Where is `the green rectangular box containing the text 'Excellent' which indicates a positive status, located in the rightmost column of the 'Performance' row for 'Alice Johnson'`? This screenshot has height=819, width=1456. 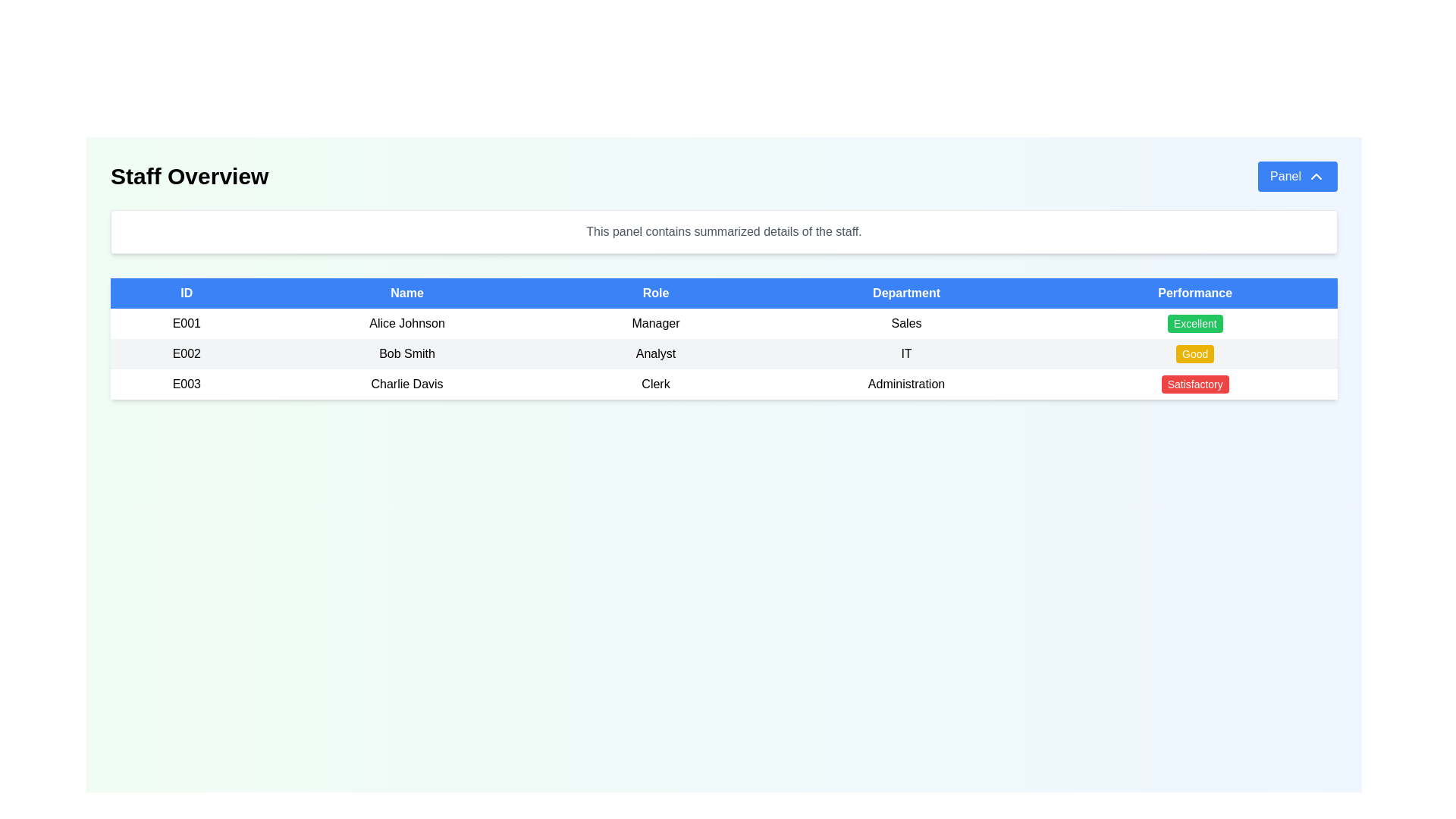 the green rectangular box containing the text 'Excellent' which indicates a positive status, located in the rightmost column of the 'Performance' row for 'Alice Johnson' is located at coordinates (1194, 323).